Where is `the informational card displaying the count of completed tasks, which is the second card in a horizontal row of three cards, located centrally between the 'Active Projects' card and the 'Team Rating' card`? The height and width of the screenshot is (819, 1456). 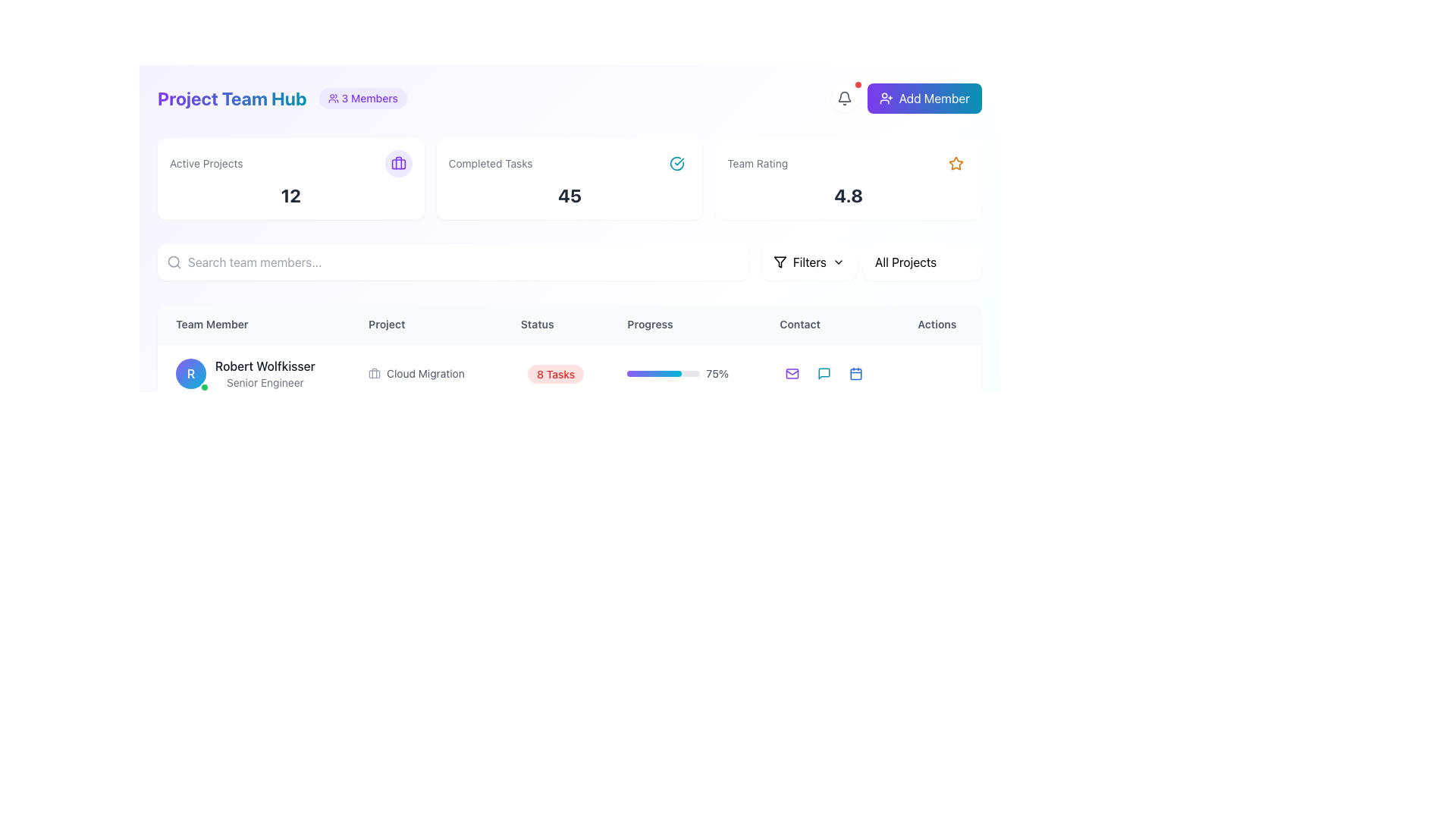 the informational card displaying the count of completed tasks, which is the second card in a horizontal row of three cards, located centrally between the 'Active Projects' card and the 'Team Rating' card is located at coordinates (569, 177).